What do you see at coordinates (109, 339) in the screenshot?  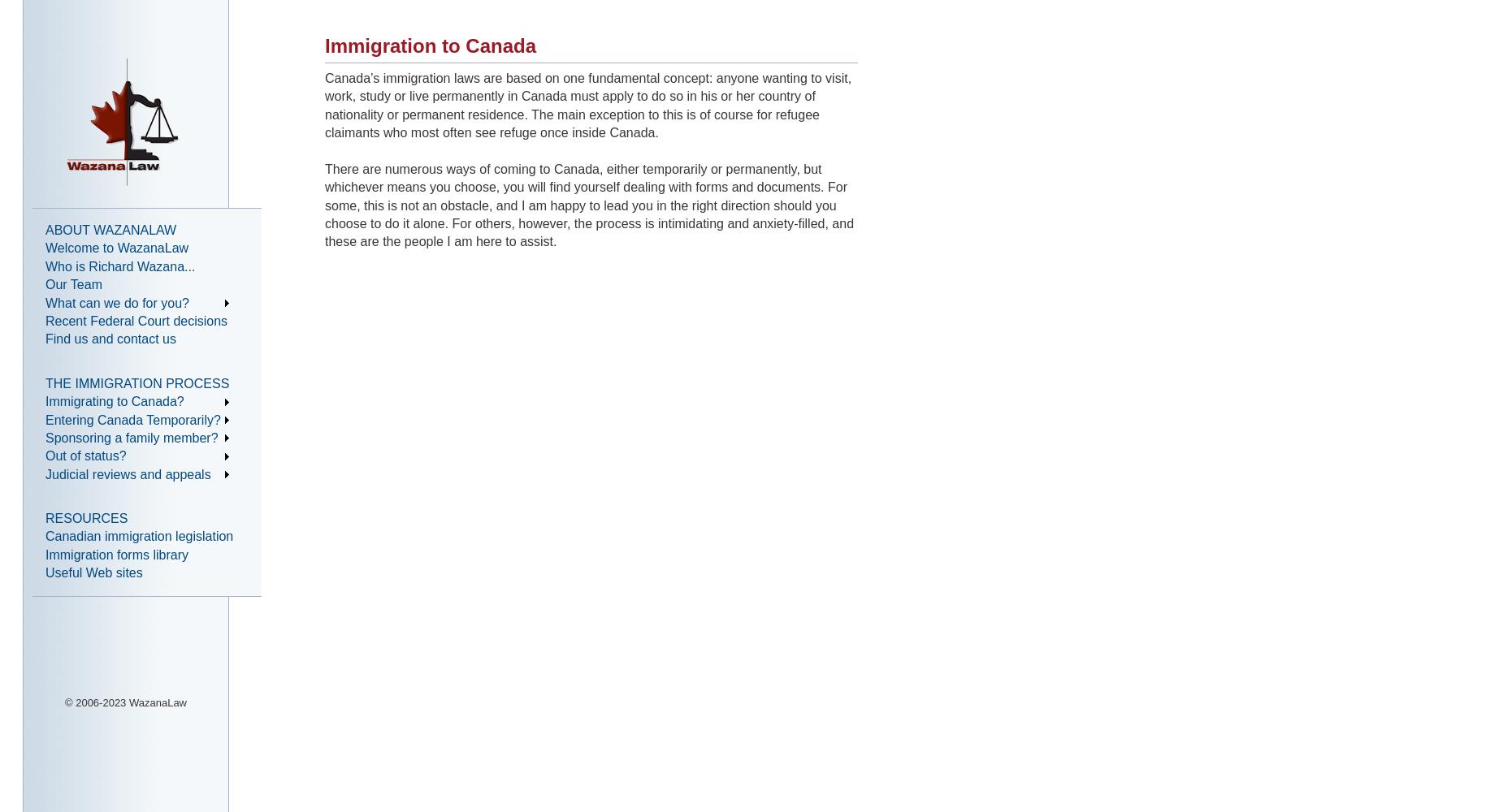 I see `'Find us and contact us'` at bounding box center [109, 339].